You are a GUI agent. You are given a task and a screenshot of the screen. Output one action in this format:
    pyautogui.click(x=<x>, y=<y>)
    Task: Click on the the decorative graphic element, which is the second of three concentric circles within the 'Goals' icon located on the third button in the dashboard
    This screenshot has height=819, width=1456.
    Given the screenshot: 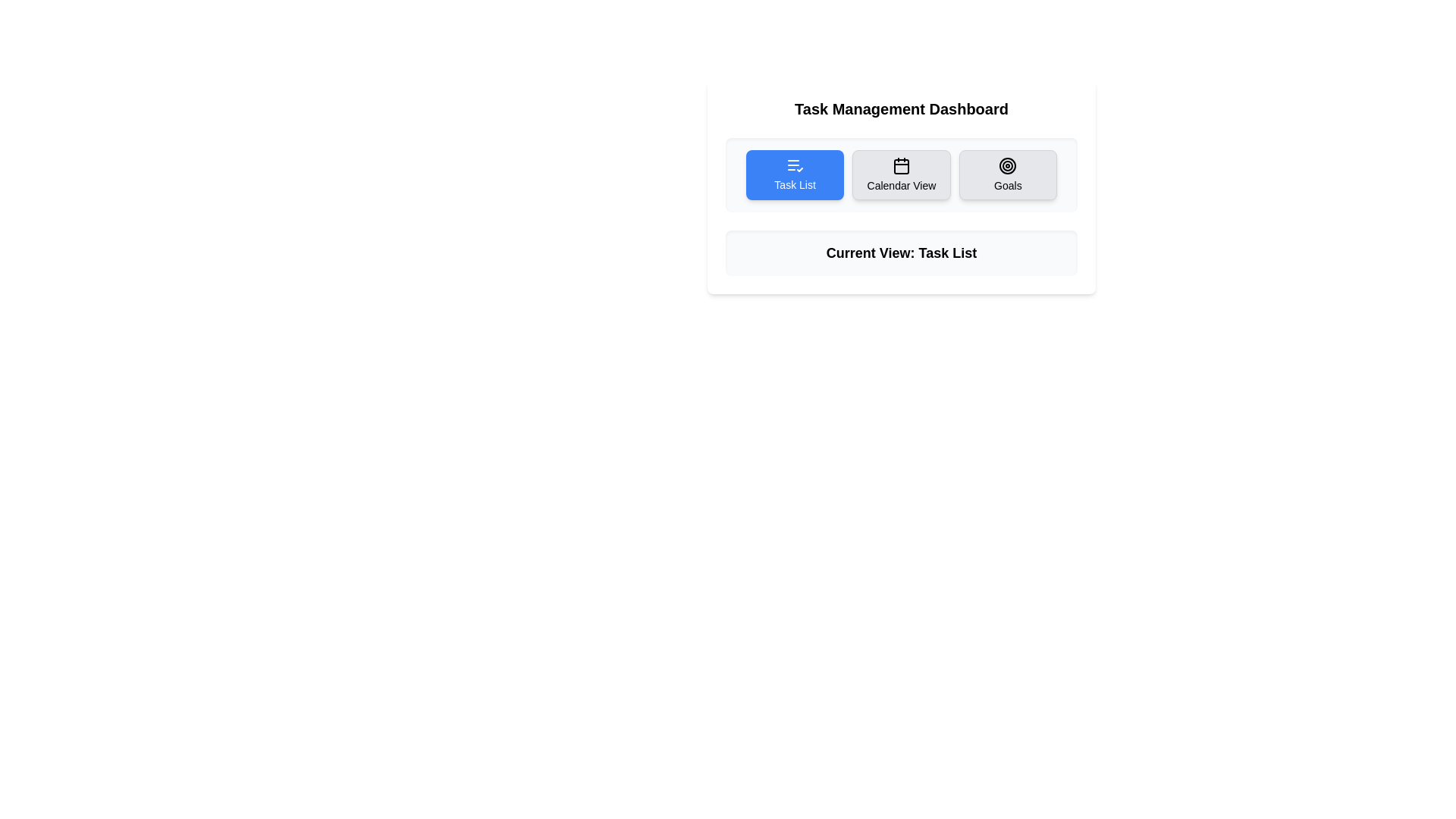 What is the action you would take?
    pyautogui.click(x=1008, y=166)
    